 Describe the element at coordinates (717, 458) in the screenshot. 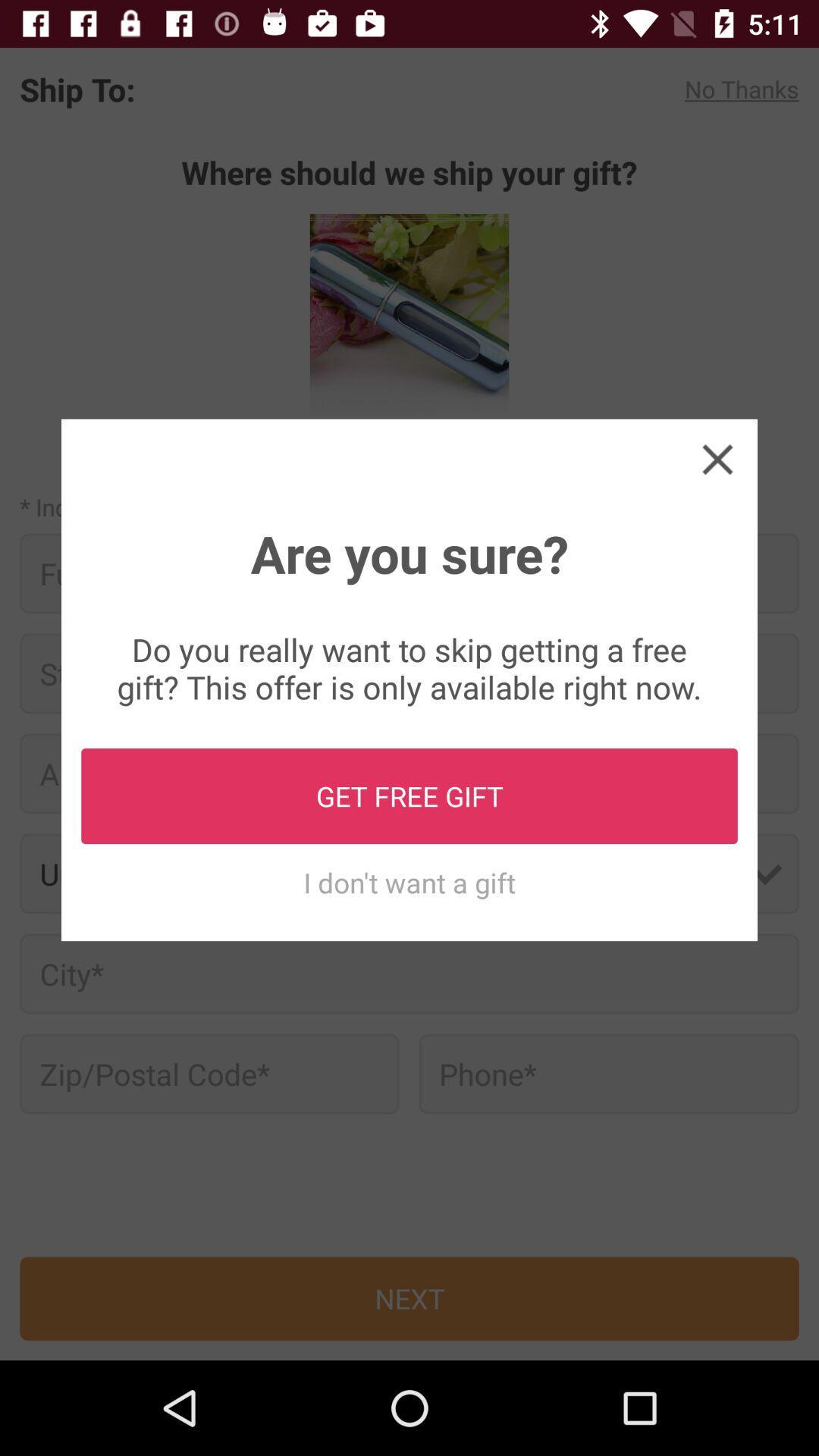

I see `the icon above the are you sure? icon` at that location.